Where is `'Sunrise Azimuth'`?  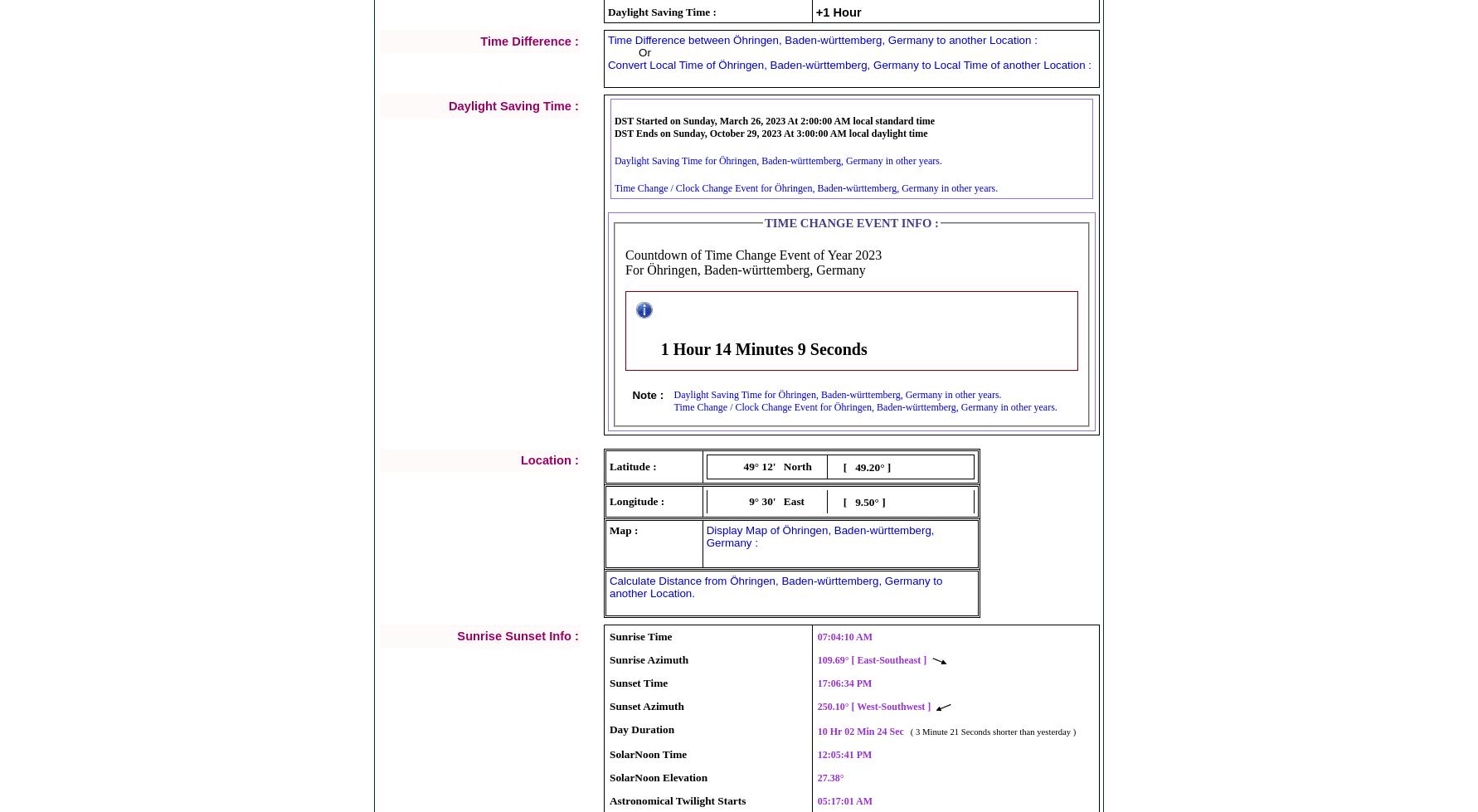
'Sunrise Azimuth' is located at coordinates (609, 659).